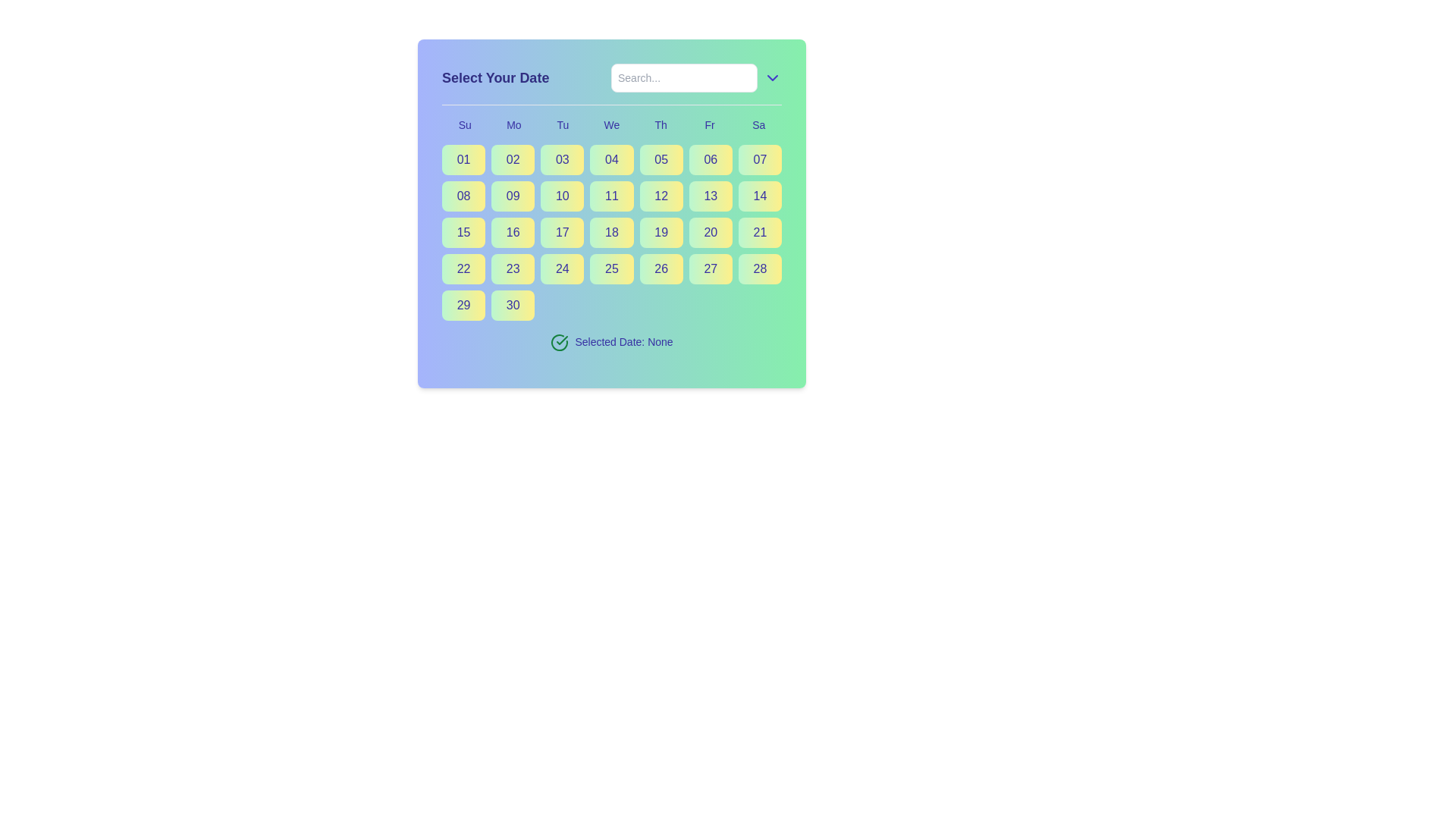  I want to click on the text label displaying 'Th', which represents Thursday, to possibly display a tooltip, so click(661, 124).